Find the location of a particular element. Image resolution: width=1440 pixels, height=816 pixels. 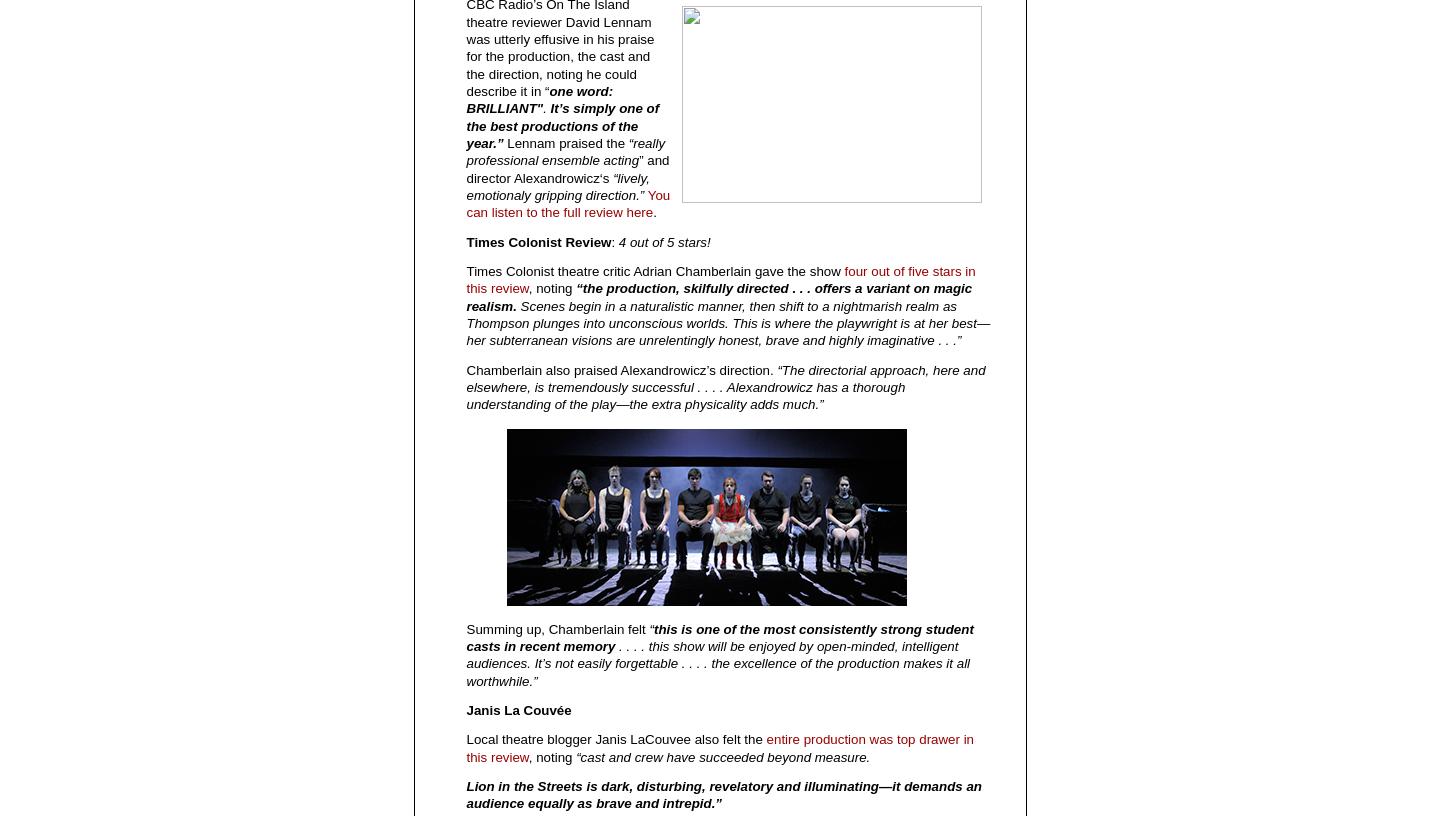

'entire production was top drawer in this review' is located at coordinates (720, 748).